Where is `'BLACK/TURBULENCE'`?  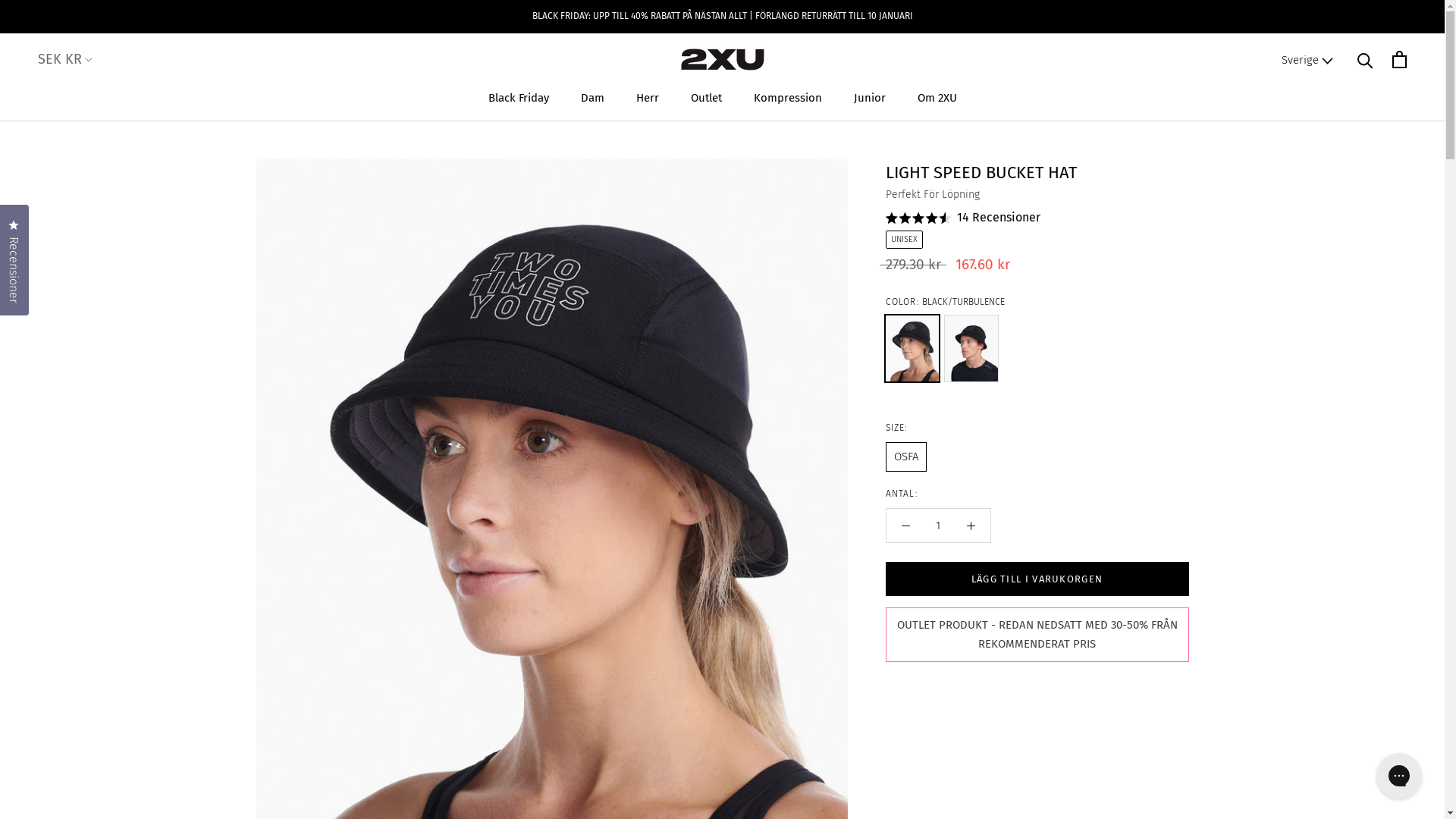
'BLACK/TURBULENCE' is located at coordinates (885, 348).